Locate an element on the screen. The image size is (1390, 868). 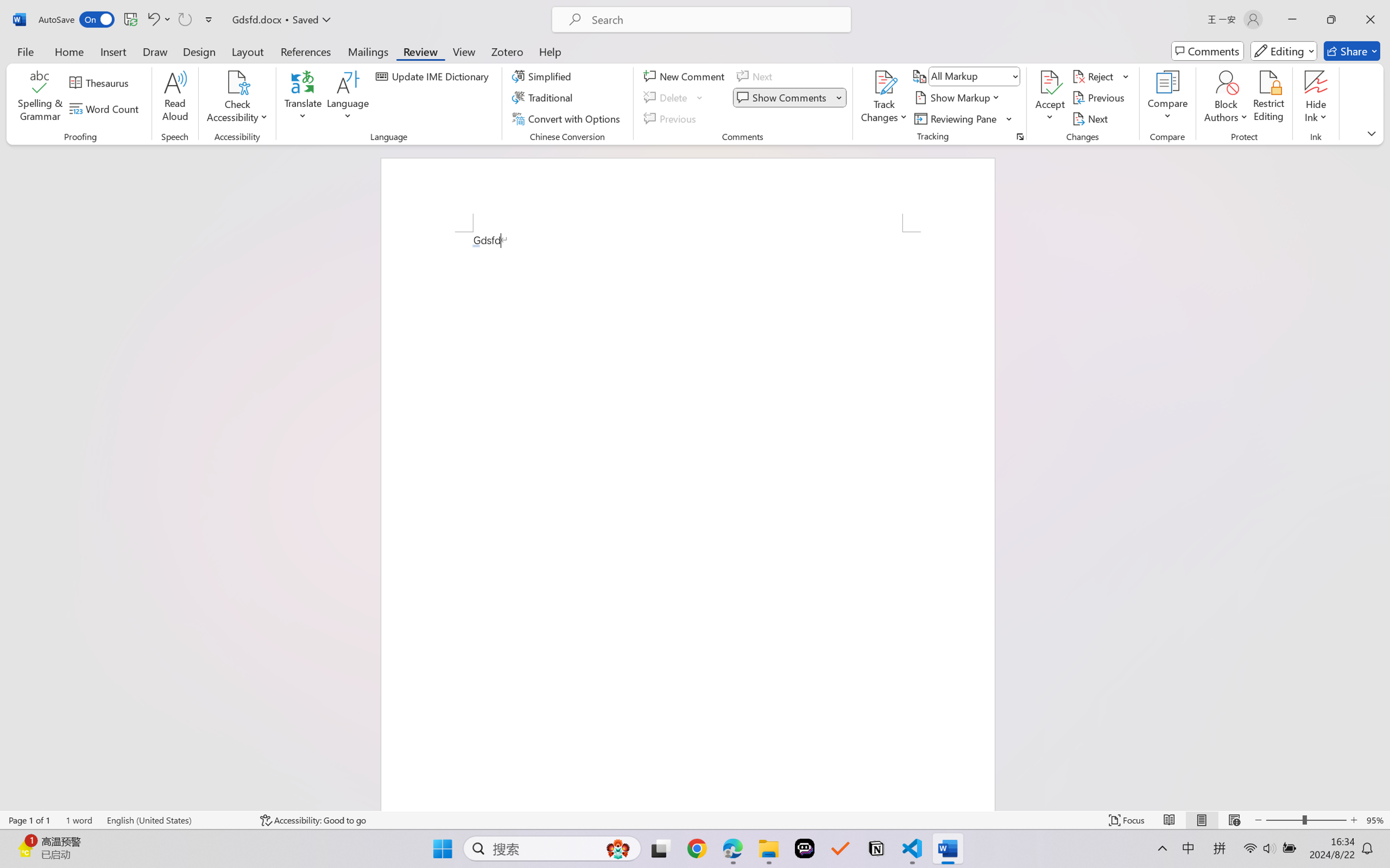
'Track Changes' is located at coordinates (883, 98).